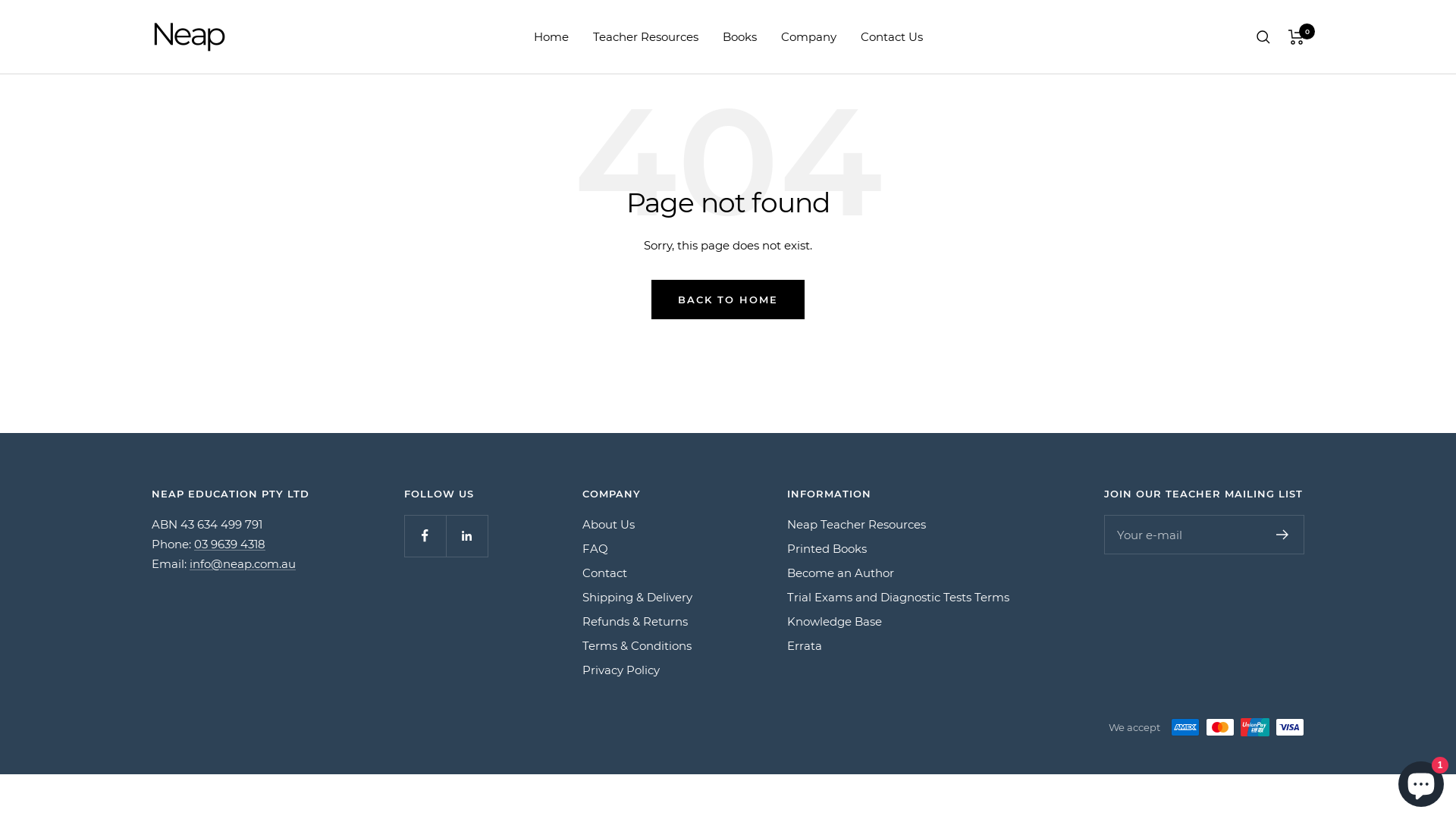 The width and height of the screenshot is (1456, 819). What do you see at coordinates (550, 36) in the screenshot?
I see `'Home'` at bounding box center [550, 36].